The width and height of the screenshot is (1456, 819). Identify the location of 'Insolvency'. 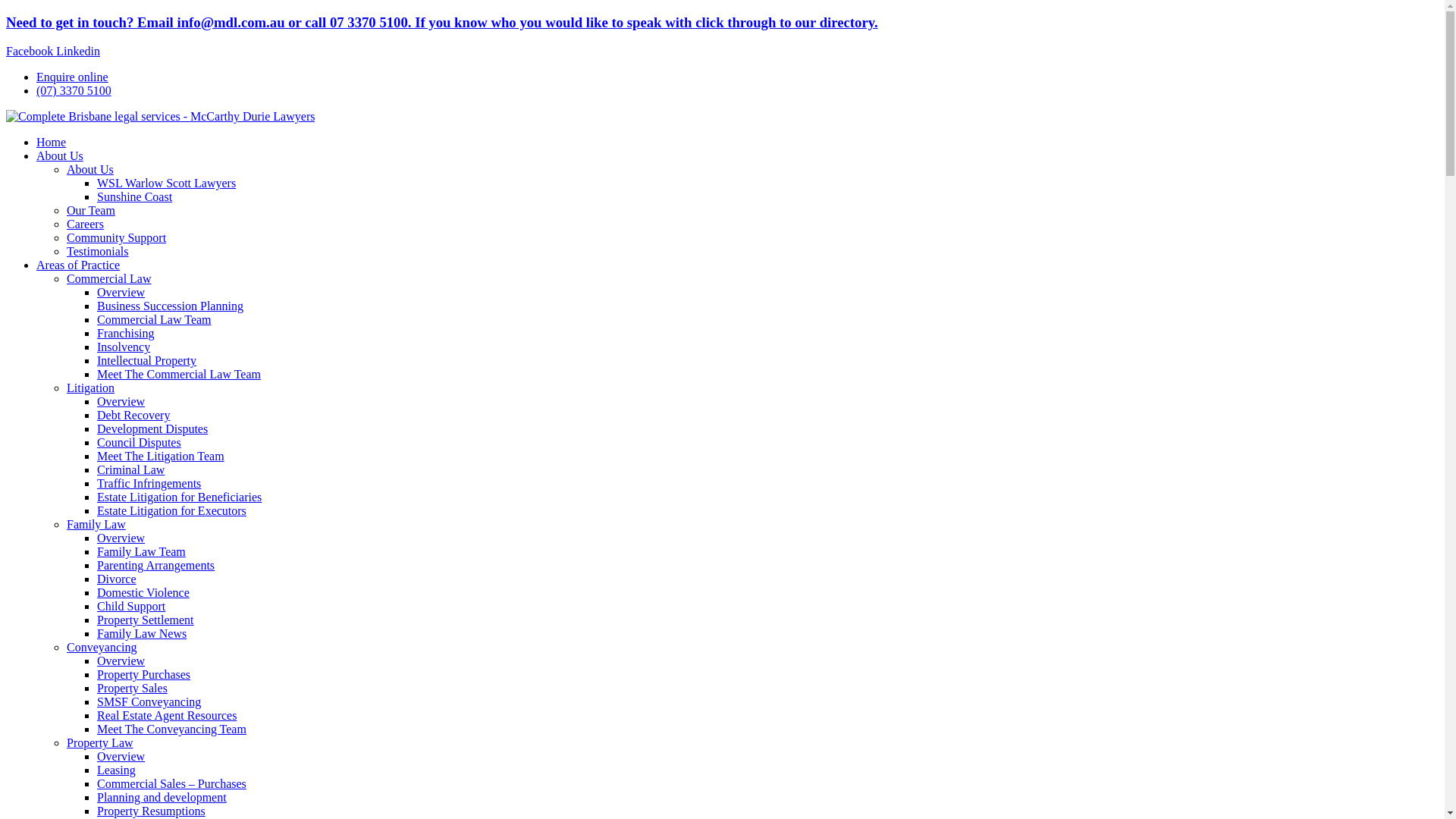
(124, 347).